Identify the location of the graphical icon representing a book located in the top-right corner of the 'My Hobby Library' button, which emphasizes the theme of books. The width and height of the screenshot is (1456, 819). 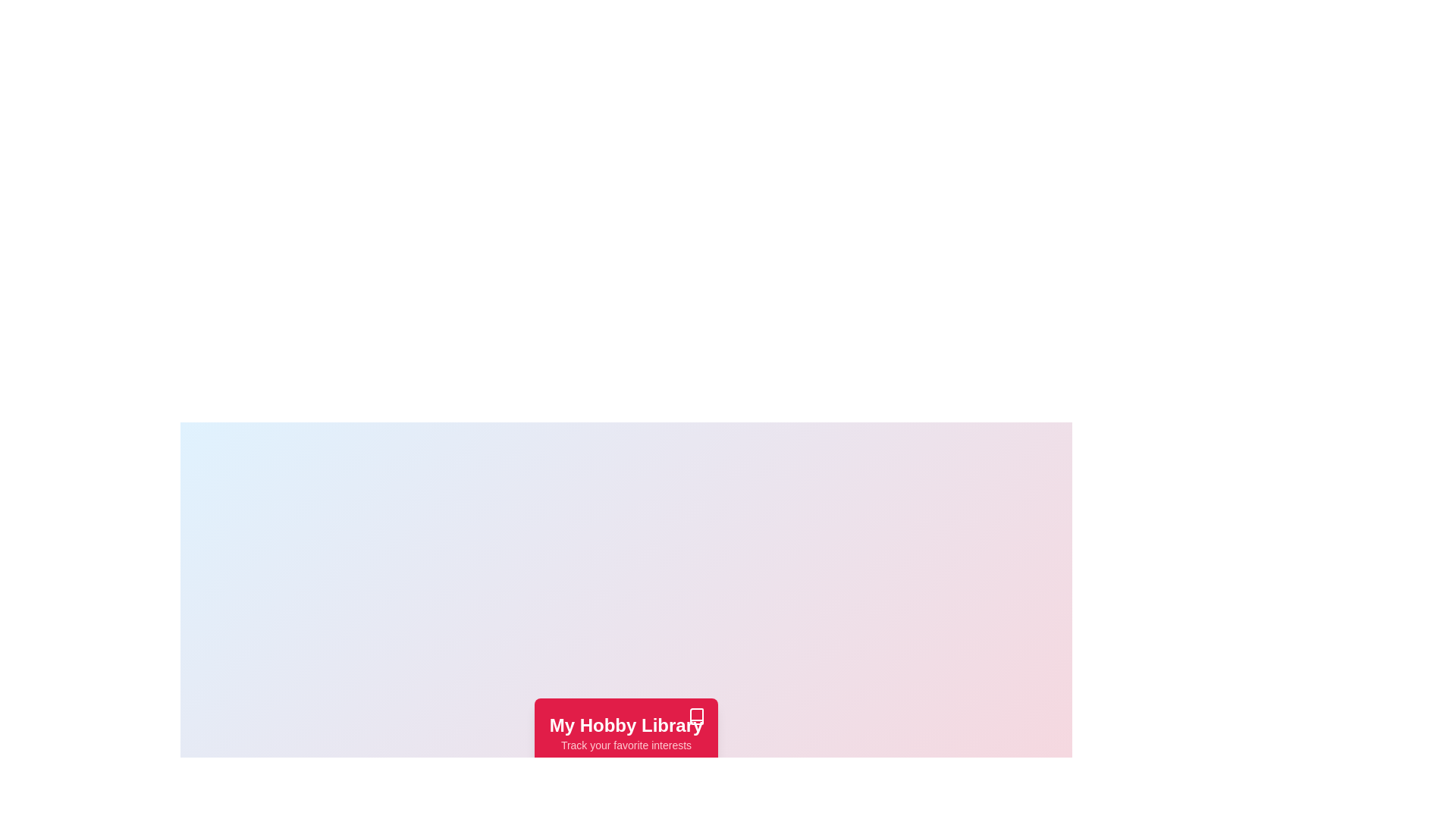
(696, 717).